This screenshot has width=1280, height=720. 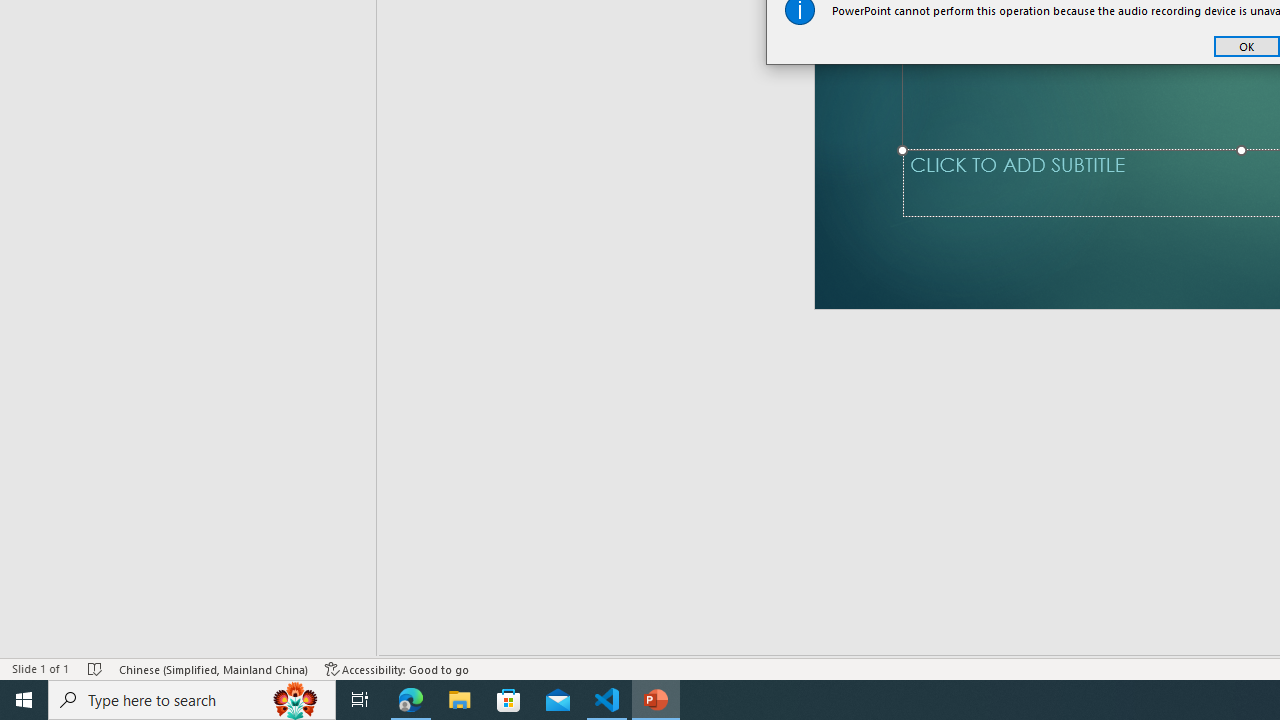 I want to click on 'PowerPoint - 1 running window', so click(x=656, y=698).